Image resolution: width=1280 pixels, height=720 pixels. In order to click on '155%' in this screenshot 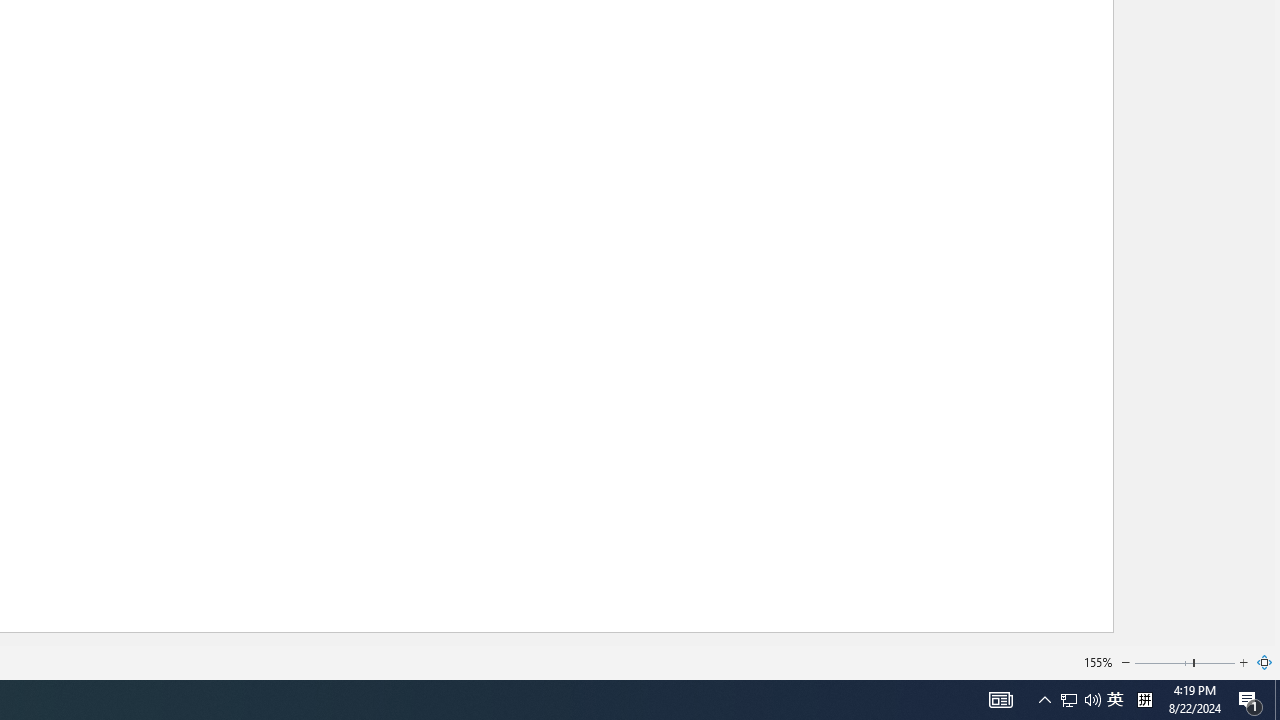, I will do `click(1097, 662)`.